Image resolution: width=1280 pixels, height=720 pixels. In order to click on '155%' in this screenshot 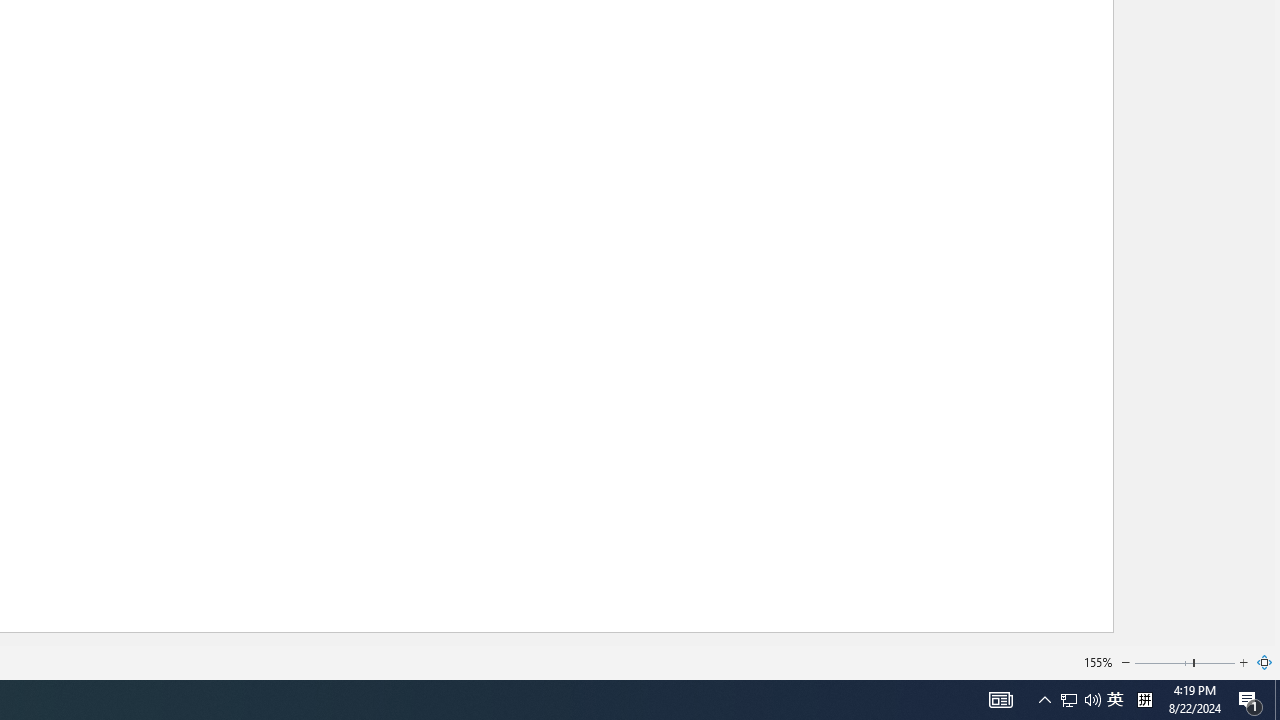, I will do `click(1097, 662)`.